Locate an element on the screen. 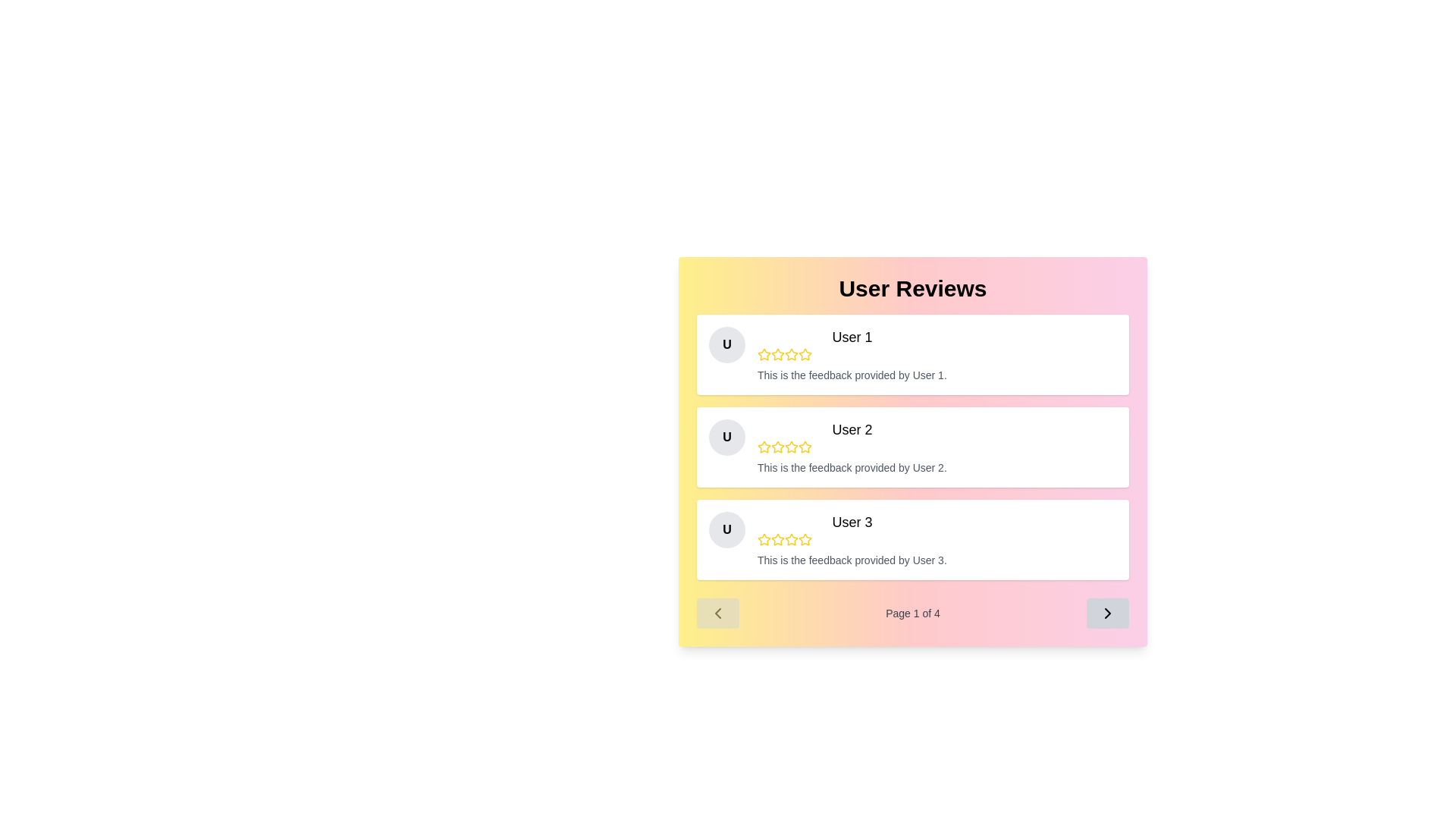 The image size is (1456, 819). the second star icon in the user rating system located below 'User 2' and above the feedback text is located at coordinates (764, 446).